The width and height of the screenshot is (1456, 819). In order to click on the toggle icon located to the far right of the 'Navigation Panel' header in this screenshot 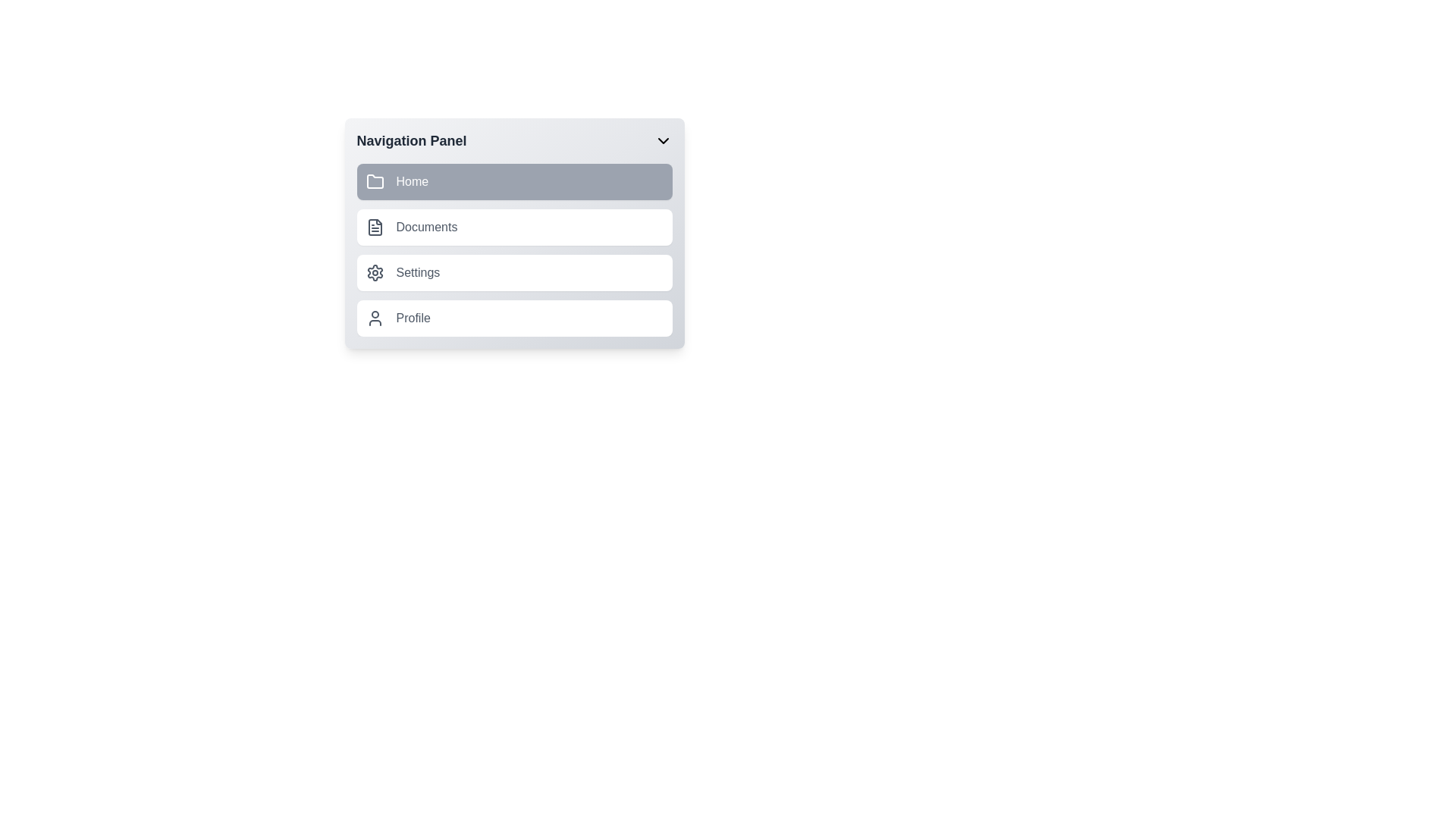, I will do `click(663, 140)`.